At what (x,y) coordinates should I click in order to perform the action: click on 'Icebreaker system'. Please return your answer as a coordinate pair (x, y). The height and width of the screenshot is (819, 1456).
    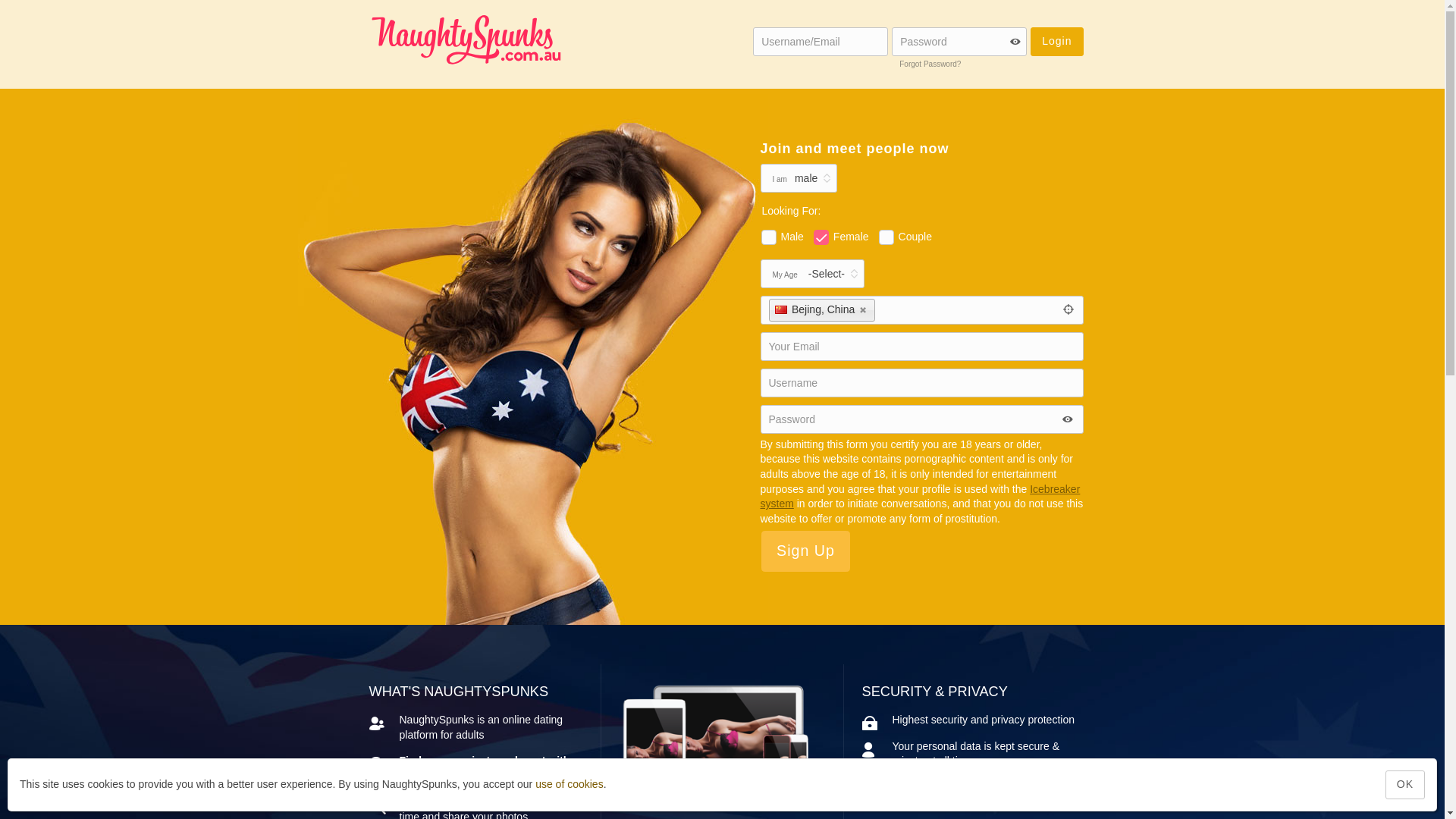
    Looking at the image, I should click on (919, 497).